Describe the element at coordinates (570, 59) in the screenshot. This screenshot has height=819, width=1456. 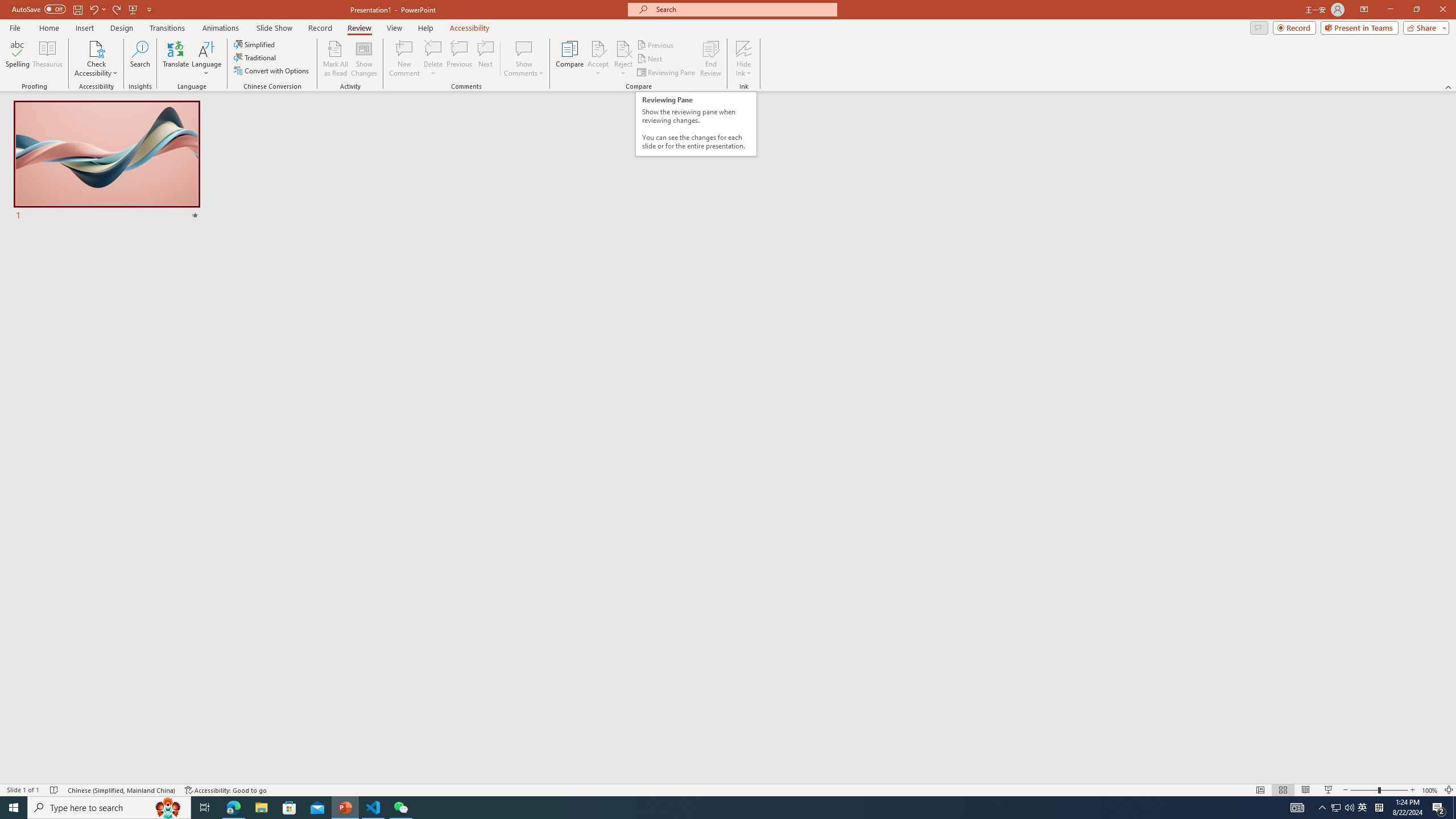
I see `'Compare'` at that location.